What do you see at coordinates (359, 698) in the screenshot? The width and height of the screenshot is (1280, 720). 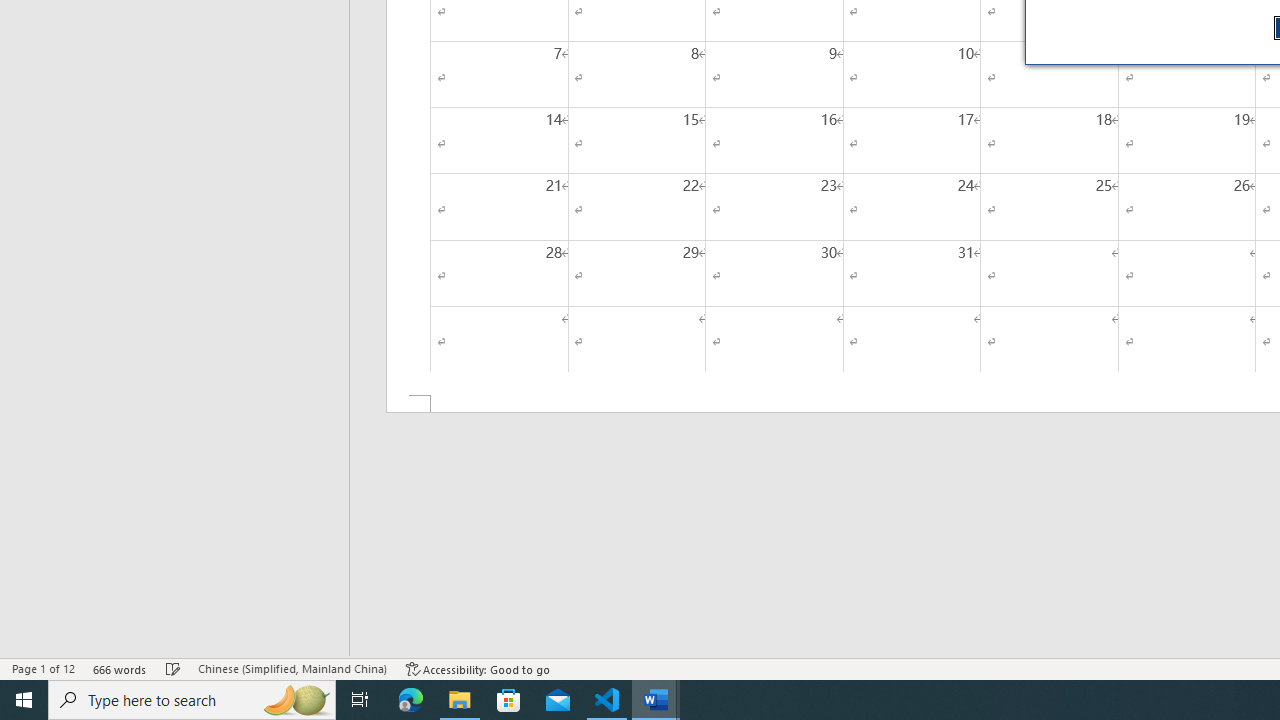 I see `'Task View'` at bounding box center [359, 698].